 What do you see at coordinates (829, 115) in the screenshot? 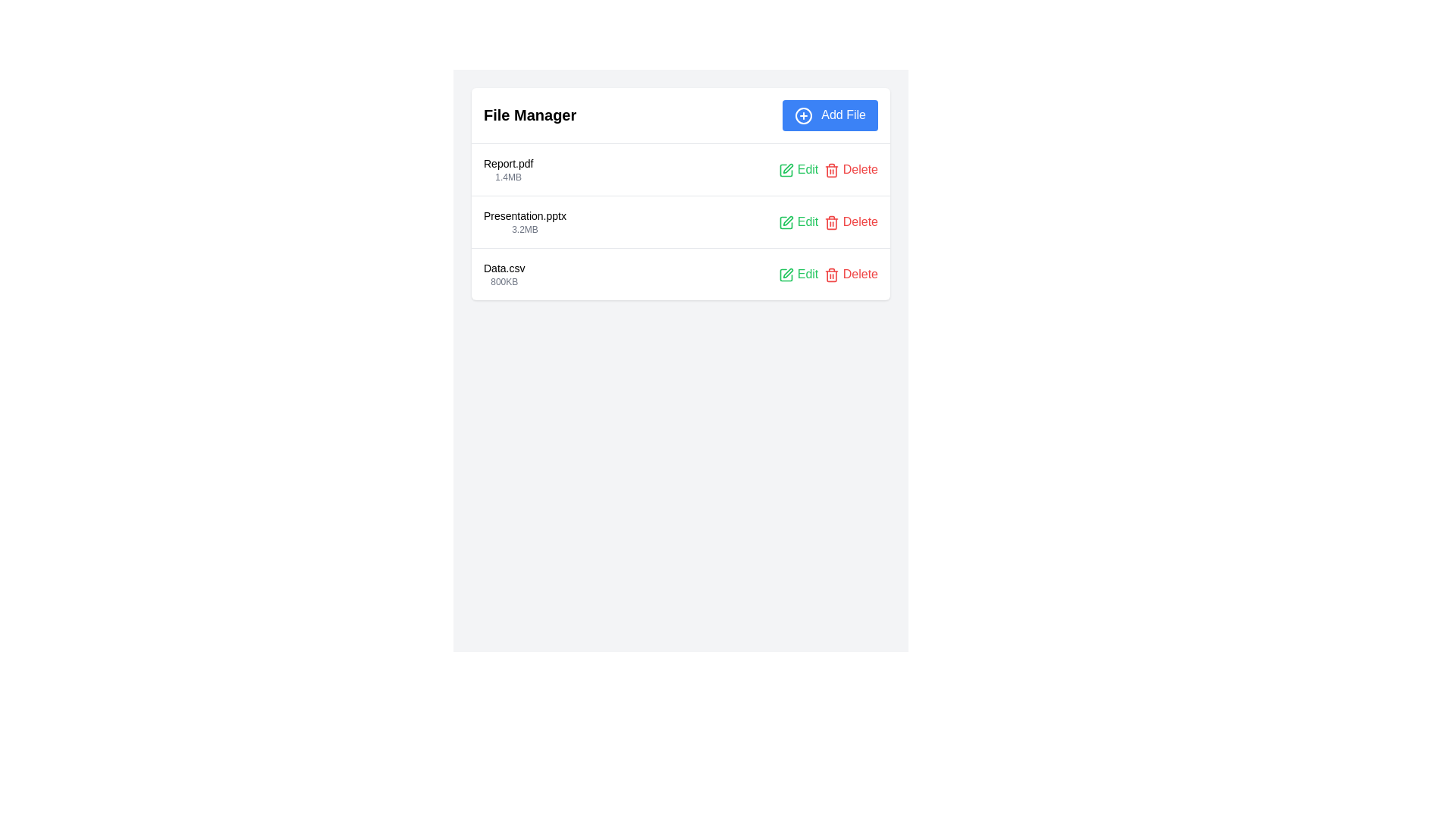
I see `the button in the top right corner of the 'File Manager'` at bounding box center [829, 115].